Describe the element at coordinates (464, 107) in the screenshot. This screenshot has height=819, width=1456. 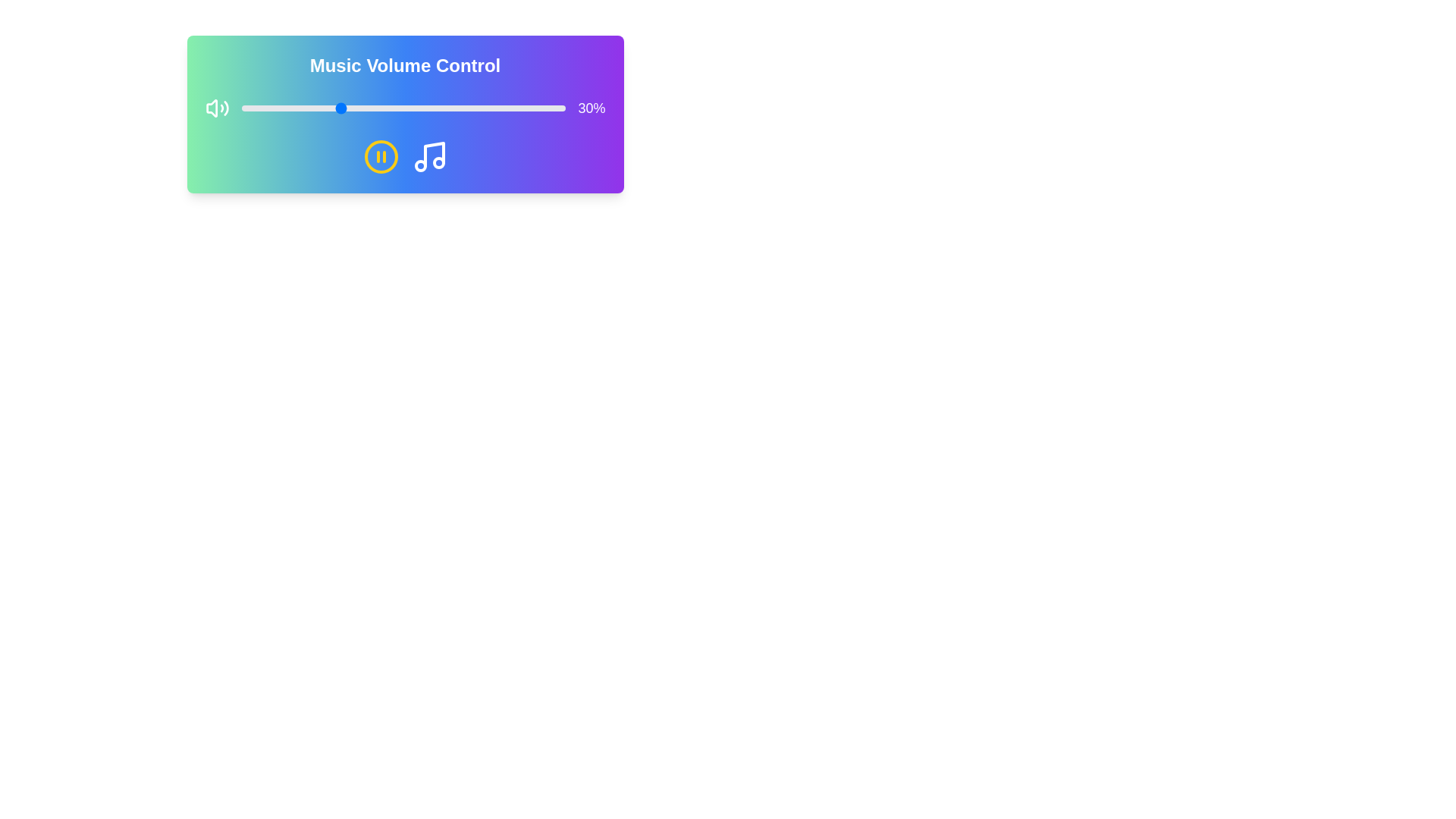
I see `the volume` at that location.